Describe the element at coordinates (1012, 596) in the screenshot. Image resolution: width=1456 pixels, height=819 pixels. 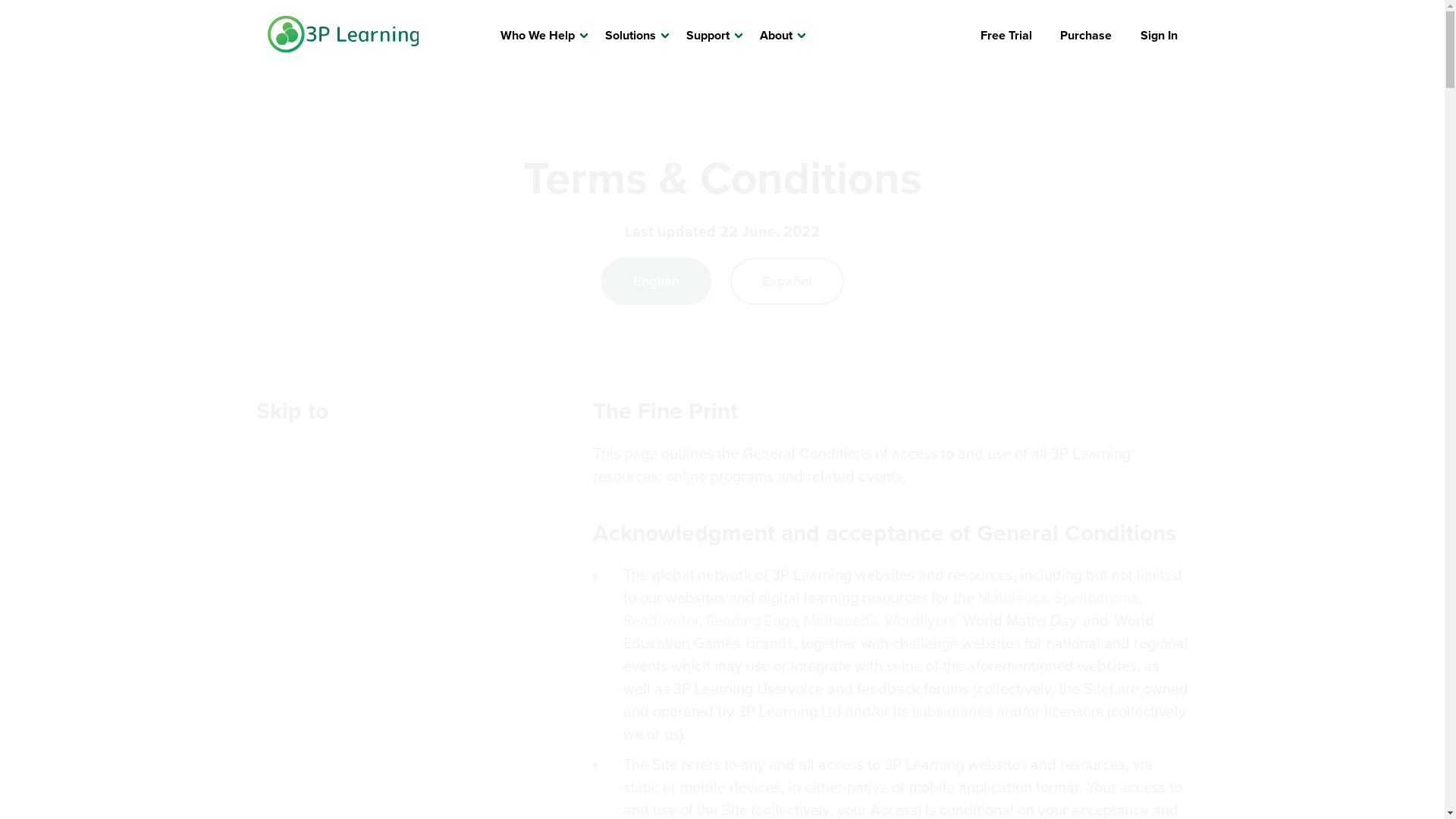
I see `'Mathletics'` at that location.